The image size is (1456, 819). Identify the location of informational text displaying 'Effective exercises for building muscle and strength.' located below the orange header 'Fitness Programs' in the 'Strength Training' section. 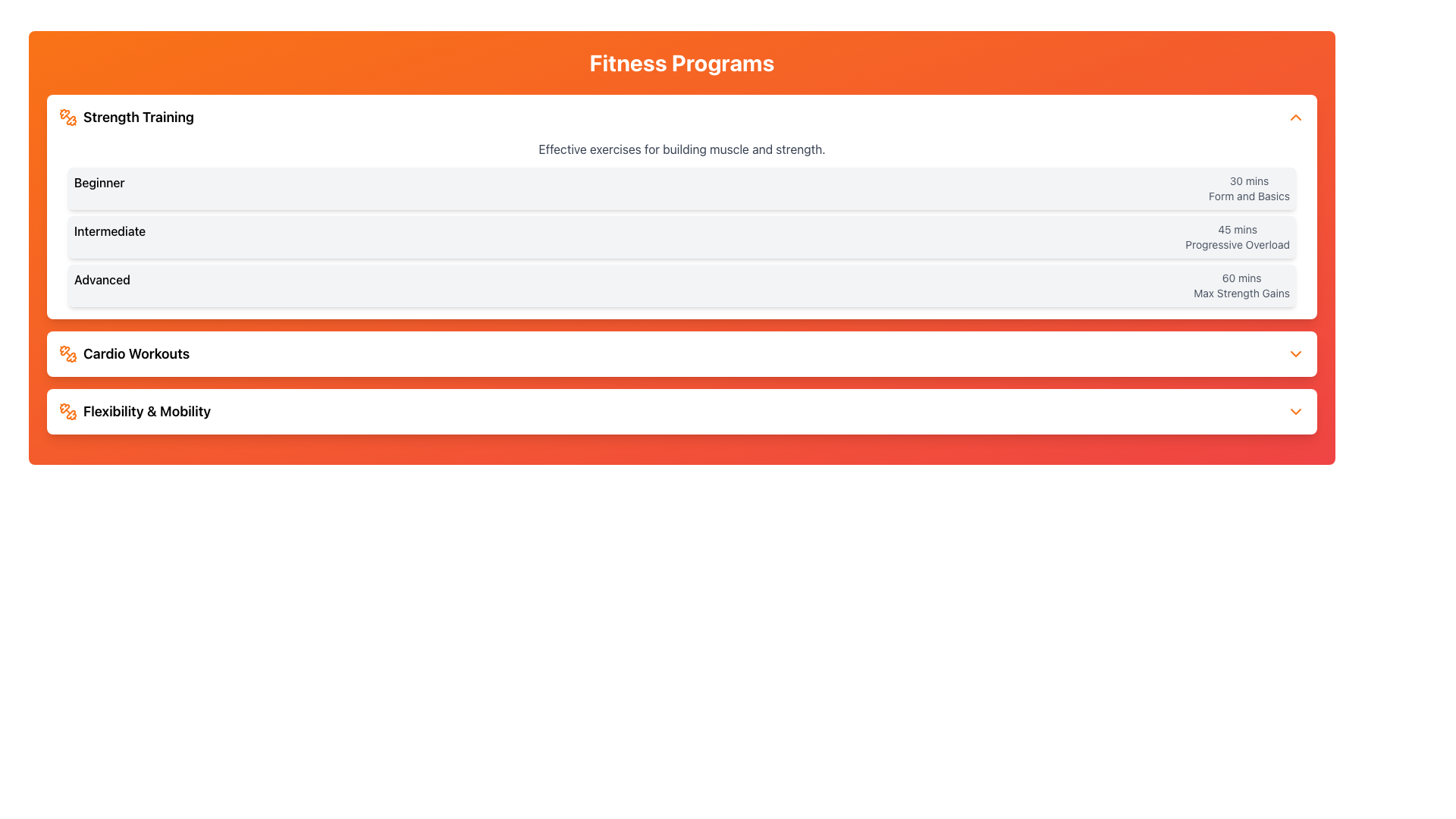
(681, 149).